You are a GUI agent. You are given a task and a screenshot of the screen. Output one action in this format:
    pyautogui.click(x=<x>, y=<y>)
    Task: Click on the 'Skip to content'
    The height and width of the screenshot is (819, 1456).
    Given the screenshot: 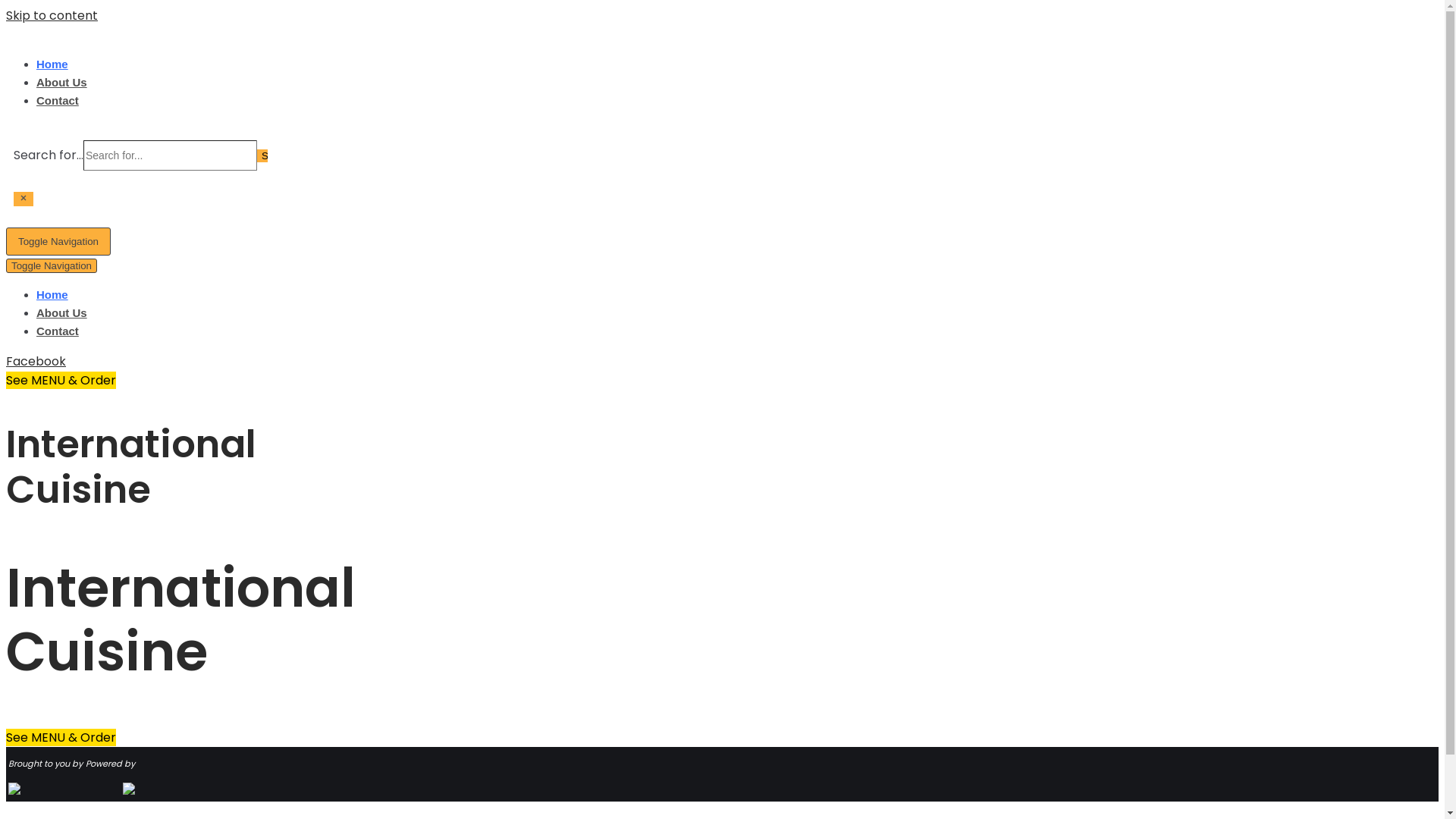 What is the action you would take?
    pyautogui.click(x=6, y=15)
    